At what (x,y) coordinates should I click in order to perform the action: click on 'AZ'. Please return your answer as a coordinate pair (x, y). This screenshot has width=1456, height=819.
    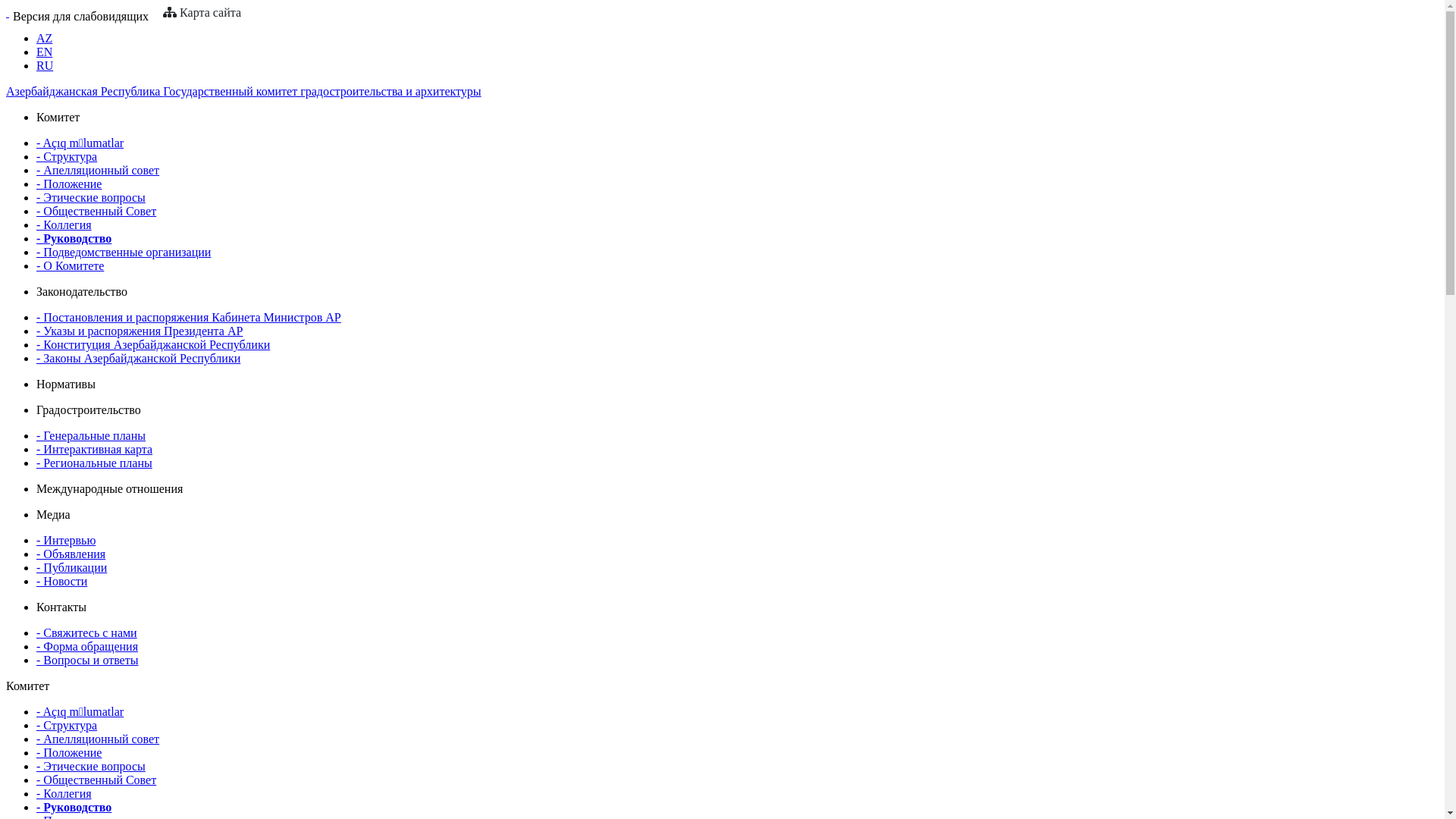
    Looking at the image, I should click on (44, 37).